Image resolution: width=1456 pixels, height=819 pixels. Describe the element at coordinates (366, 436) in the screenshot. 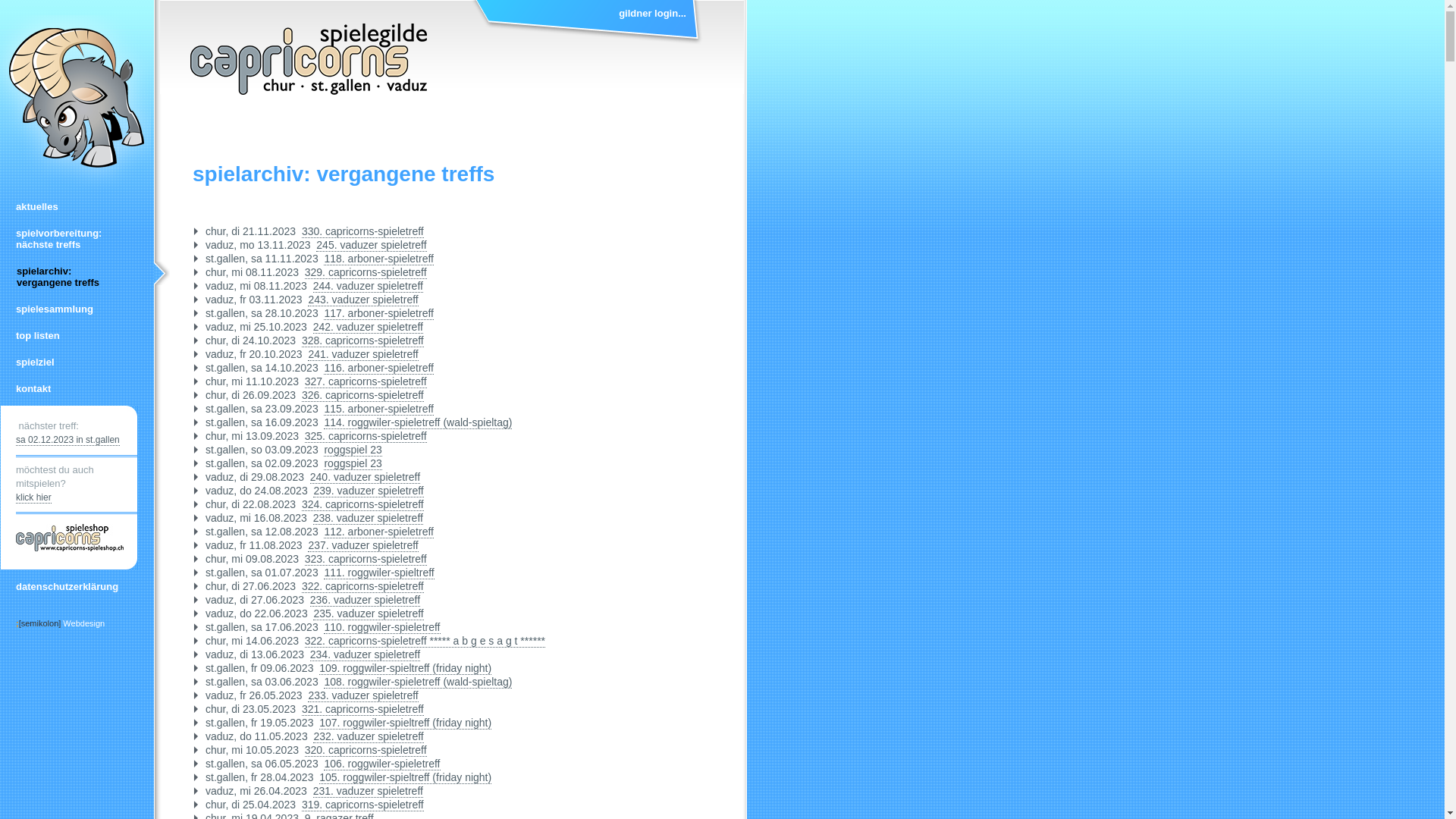

I see `'325. capricorns-spieletreff'` at that location.